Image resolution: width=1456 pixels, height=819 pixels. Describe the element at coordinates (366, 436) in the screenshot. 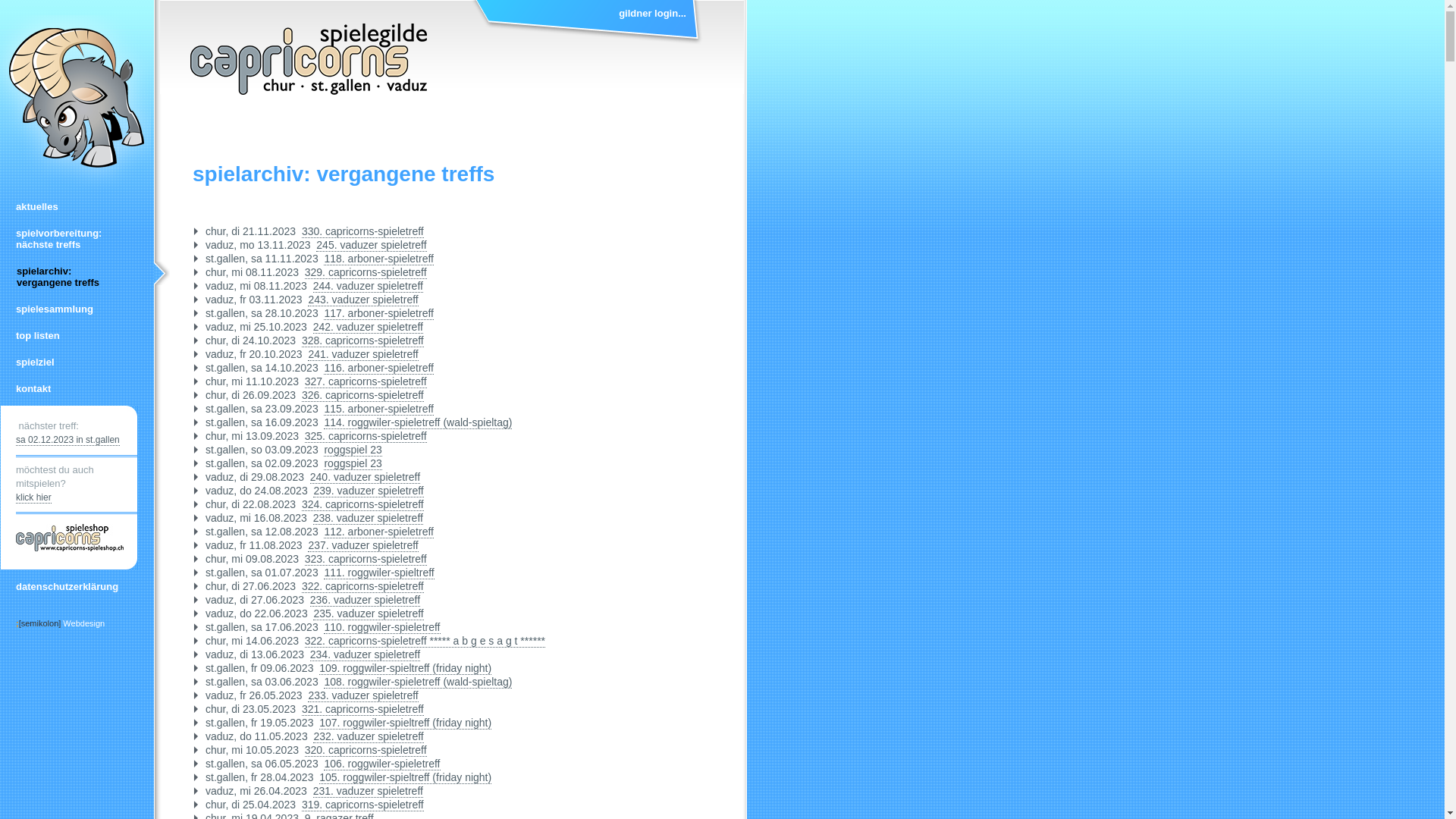

I see `'325. capricorns-spieletreff'` at that location.